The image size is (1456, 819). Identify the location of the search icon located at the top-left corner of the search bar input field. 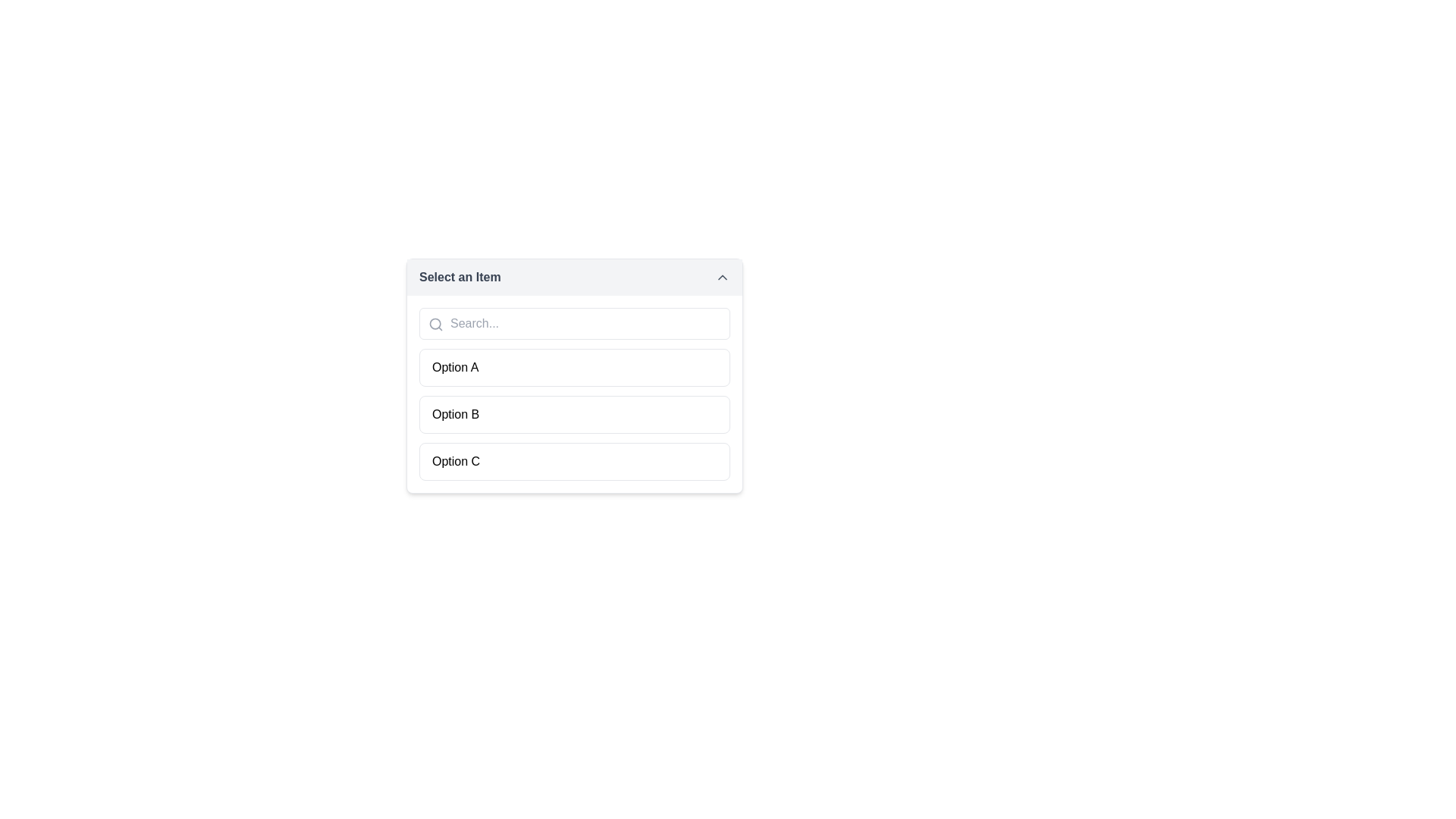
(435, 324).